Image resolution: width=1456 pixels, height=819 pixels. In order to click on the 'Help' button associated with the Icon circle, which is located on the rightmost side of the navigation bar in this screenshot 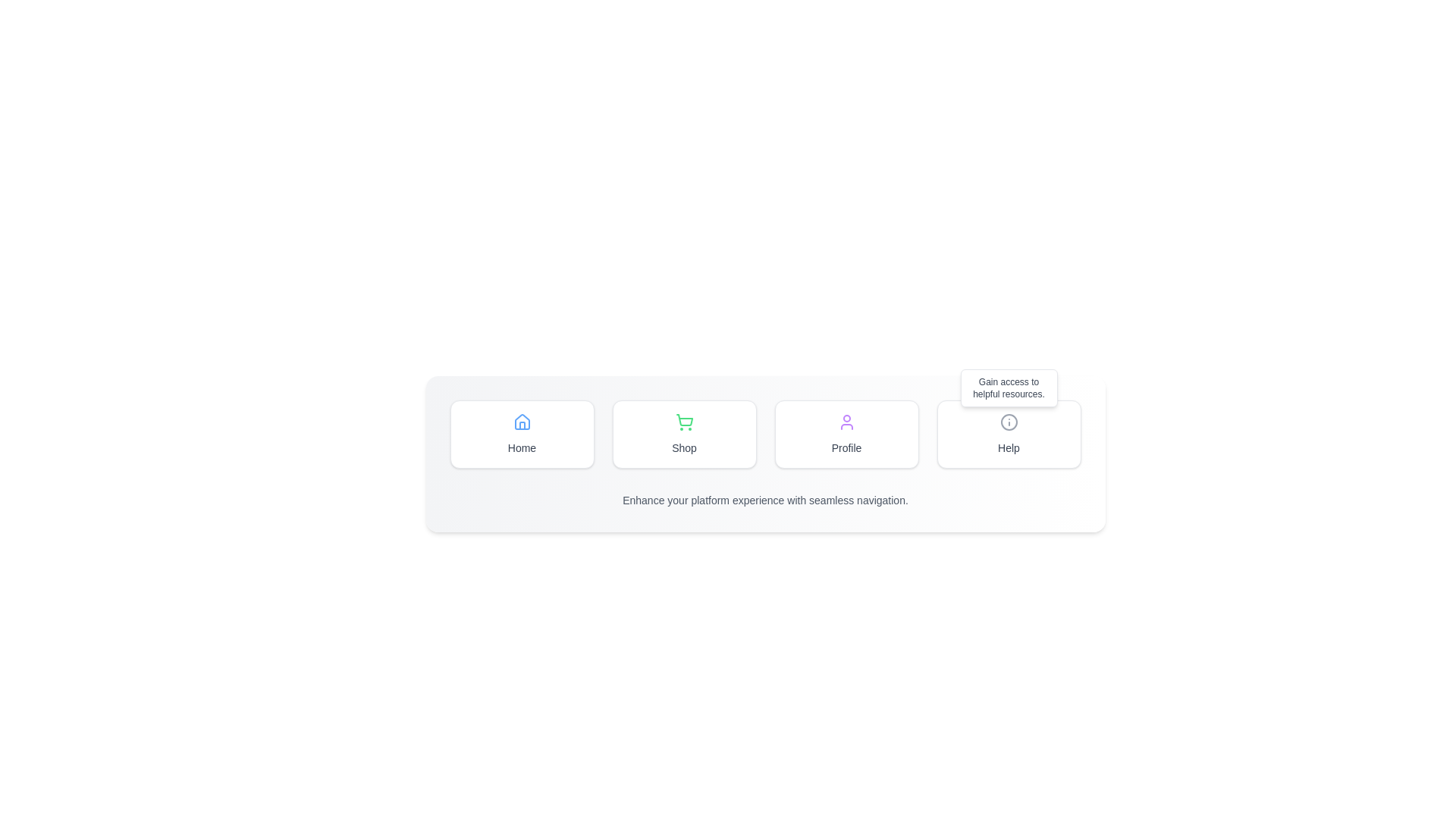, I will do `click(1009, 422)`.